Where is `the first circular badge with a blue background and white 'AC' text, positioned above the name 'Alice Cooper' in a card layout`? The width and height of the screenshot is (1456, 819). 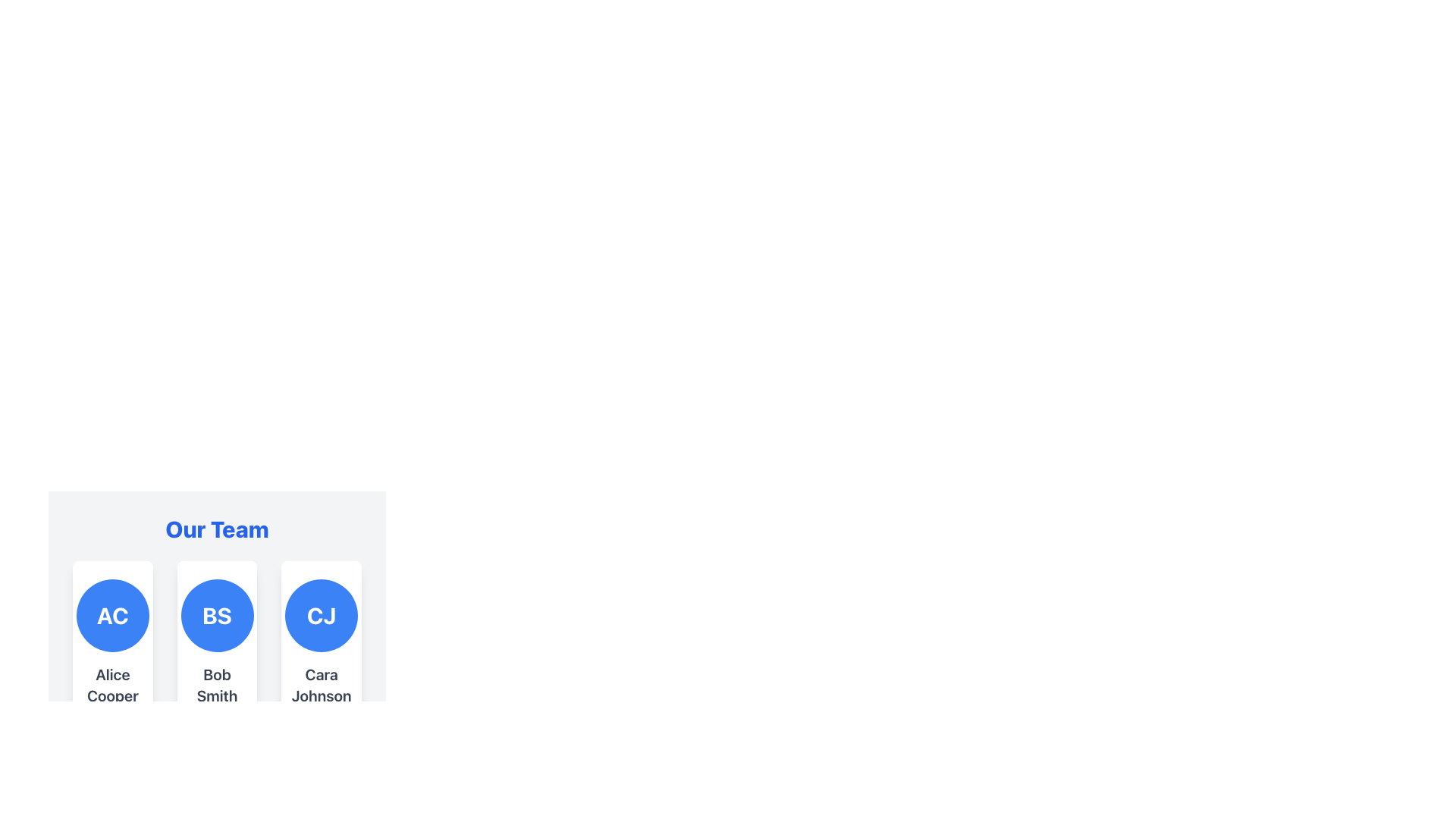
the first circular badge with a blue background and white 'AC' text, positioned above the name 'Alice Cooper' in a card layout is located at coordinates (111, 616).